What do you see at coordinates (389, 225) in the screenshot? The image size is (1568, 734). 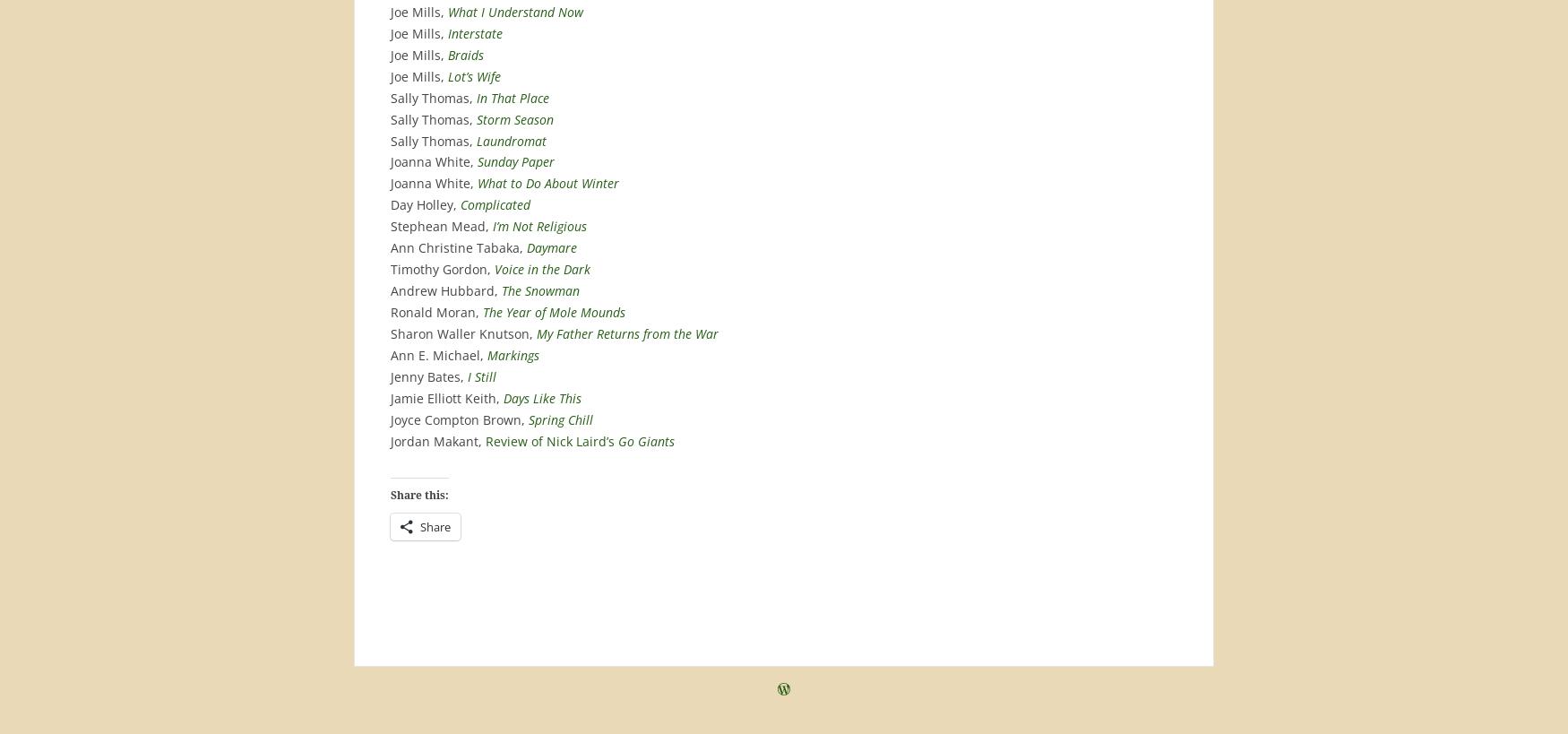 I see `'Stephean Mead,'` at bounding box center [389, 225].